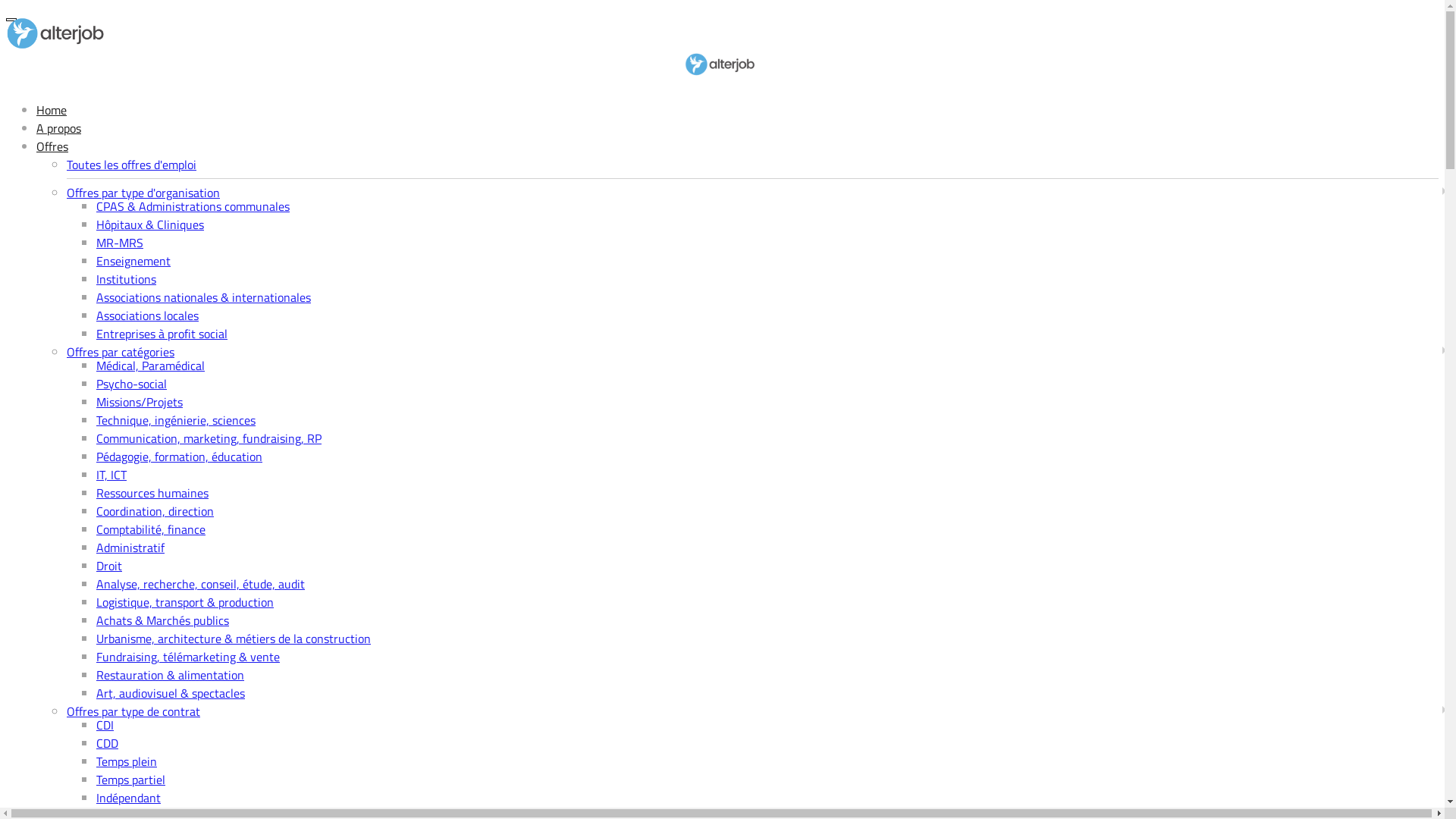 The width and height of the screenshot is (1456, 819). Describe the element at coordinates (139, 400) in the screenshot. I see `'Missions/Projets'` at that location.